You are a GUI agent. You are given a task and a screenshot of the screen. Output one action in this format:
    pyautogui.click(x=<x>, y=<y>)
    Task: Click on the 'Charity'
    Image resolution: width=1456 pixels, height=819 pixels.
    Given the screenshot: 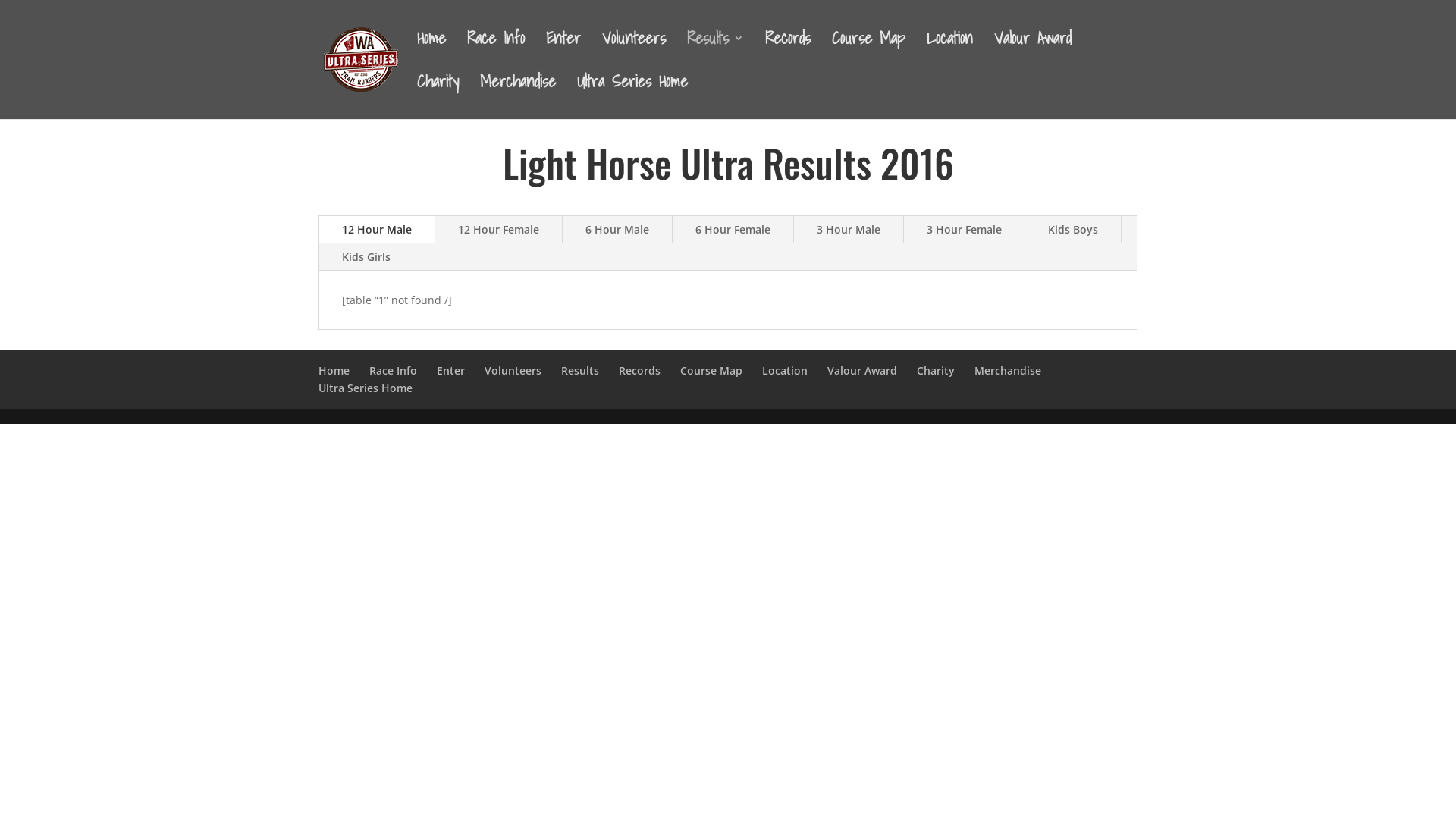 What is the action you would take?
    pyautogui.click(x=916, y=370)
    